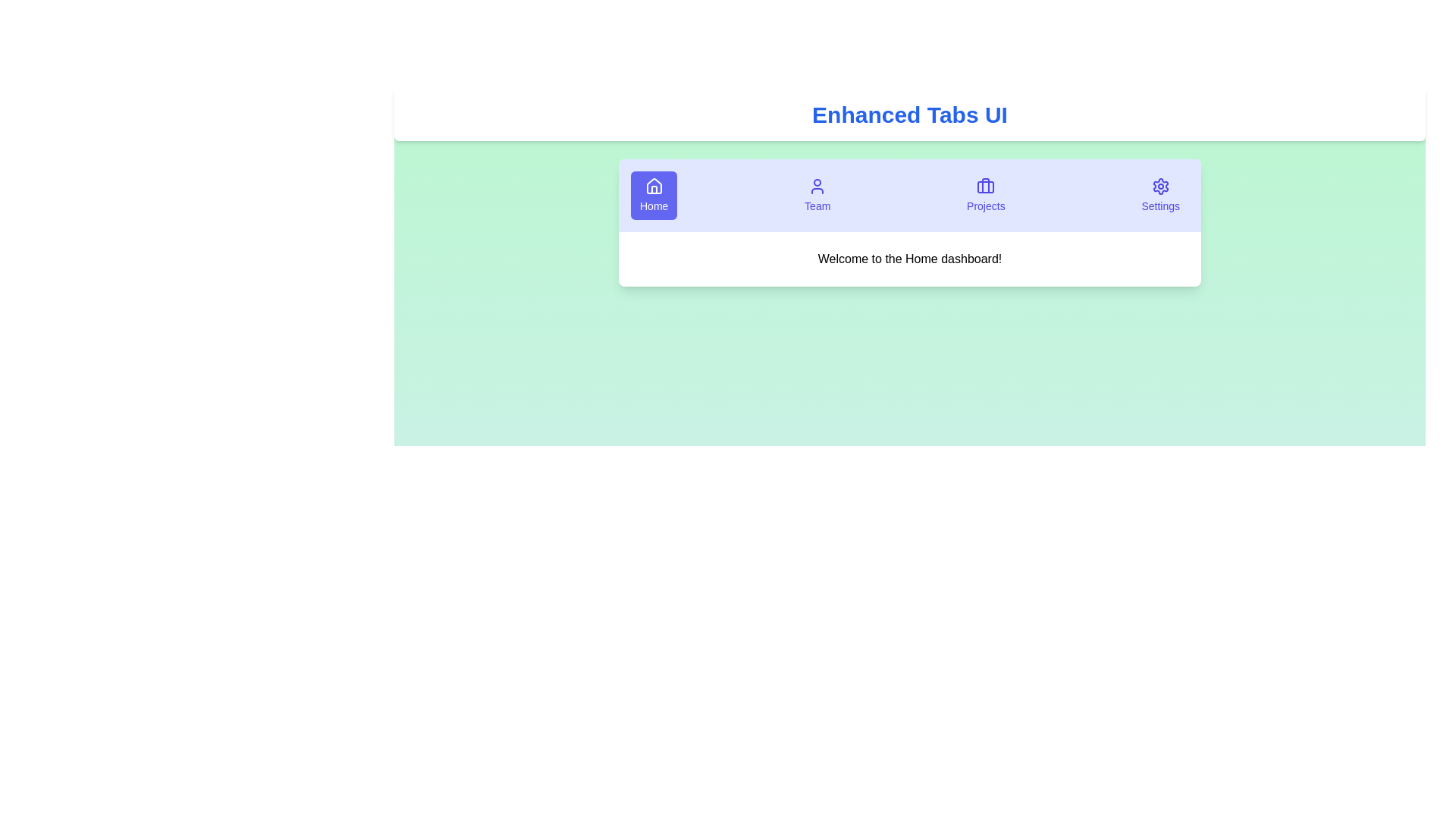  I want to click on the 'Settings' text label located below the gear icon in the navigation tab bar, so click(1159, 206).